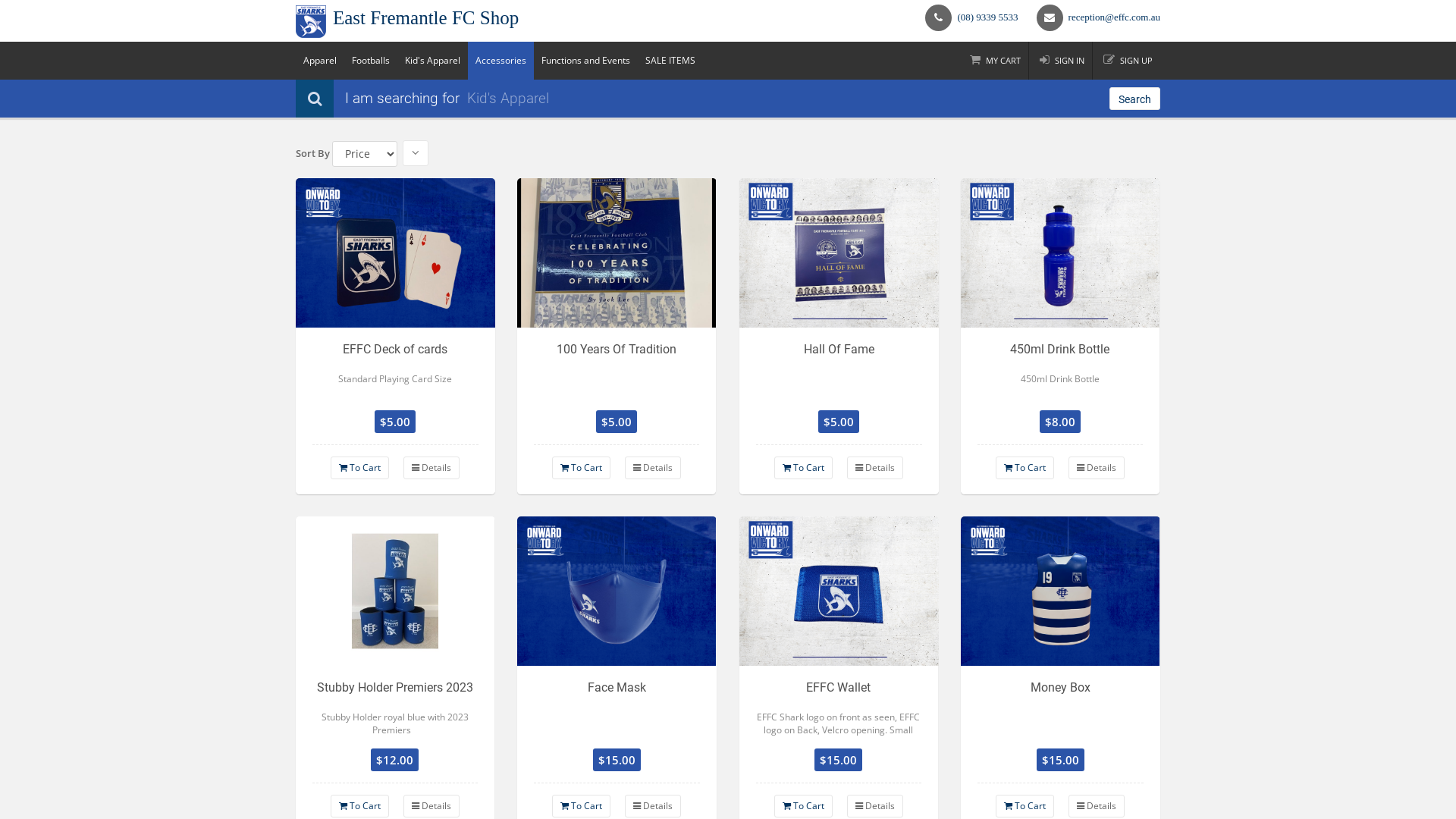  I want to click on 'reception@effc.com.au', so click(1114, 17).